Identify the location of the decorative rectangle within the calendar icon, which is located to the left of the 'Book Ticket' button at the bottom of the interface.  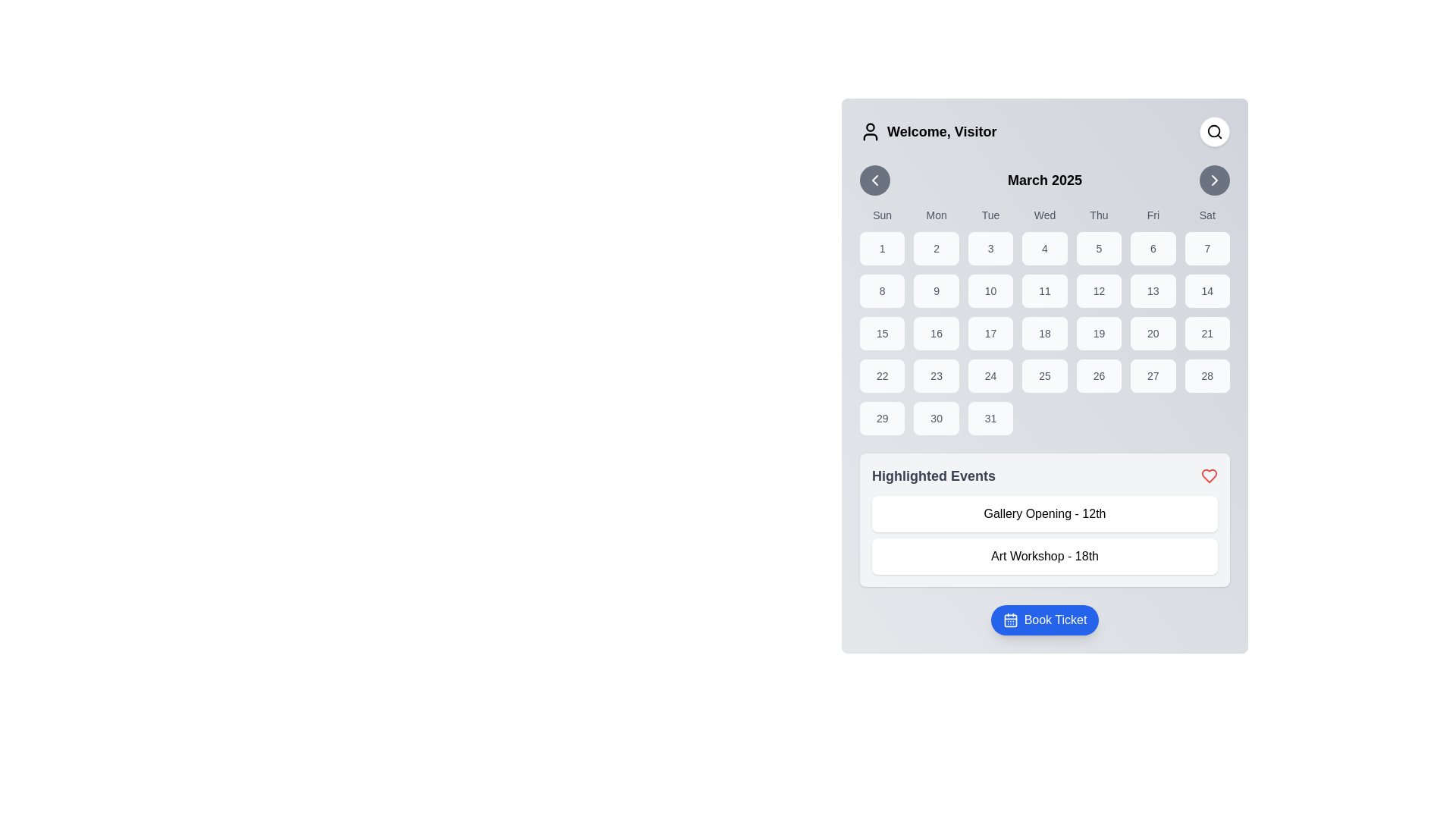
(1010, 620).